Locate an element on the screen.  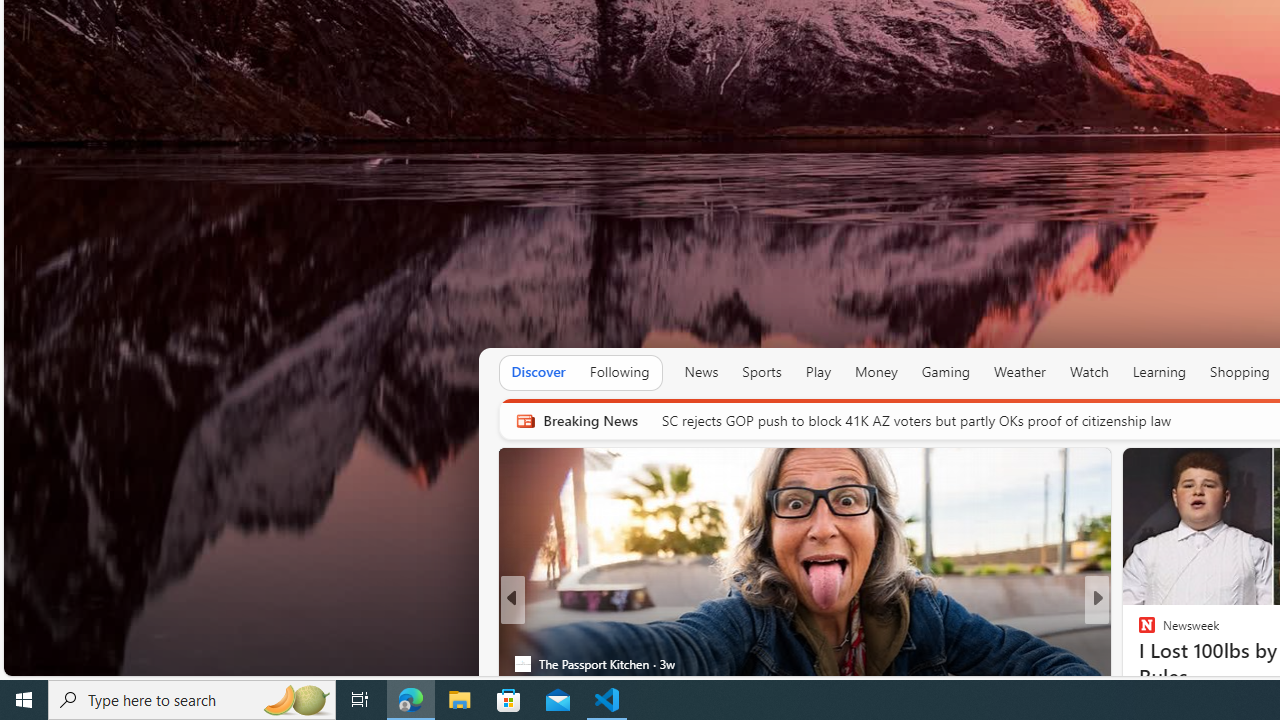
'Inquirer' is located at coordinates (1138, 663).